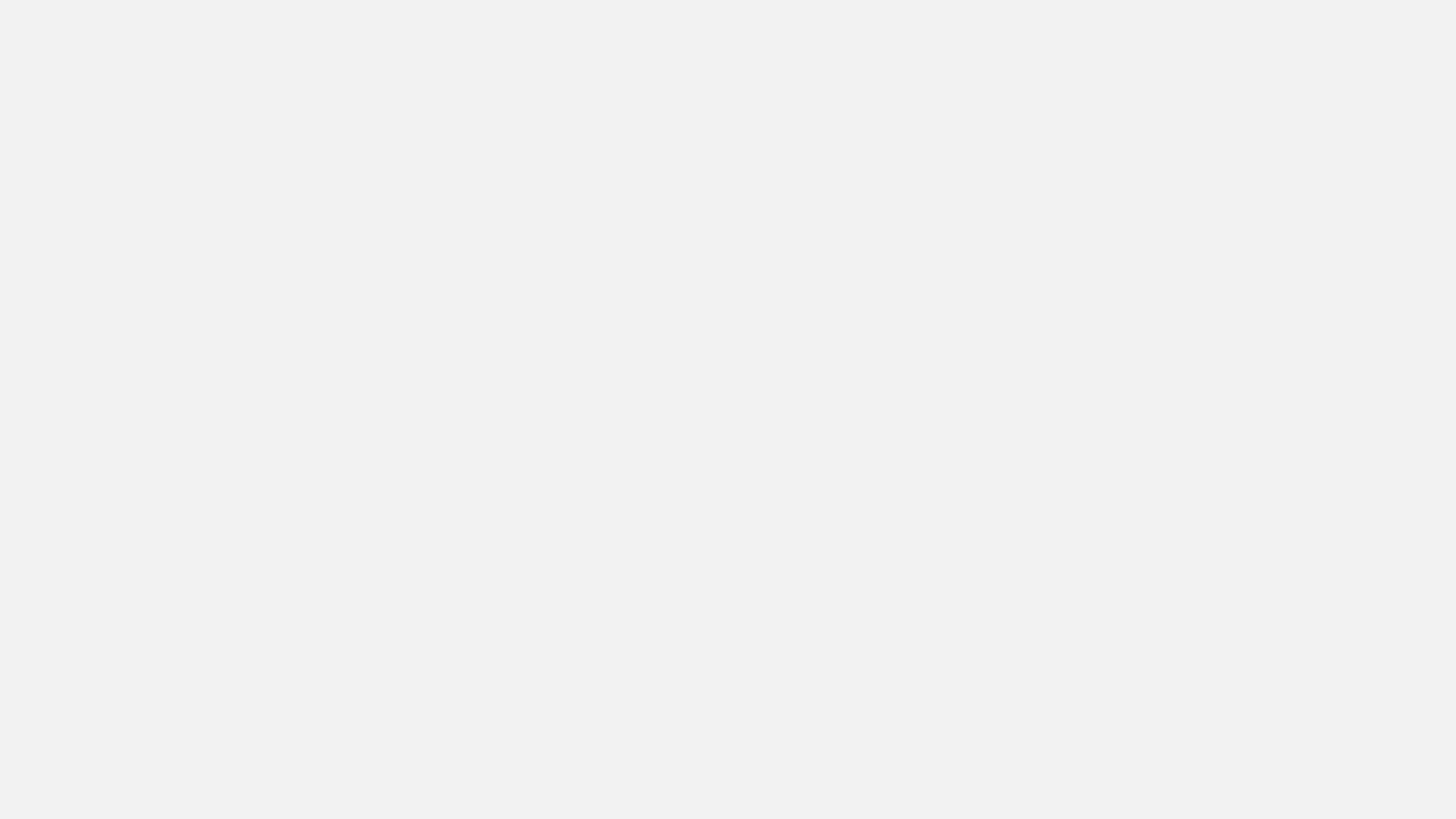 The image size is (1456, 819). I want to click on Search, so click(467, 329).